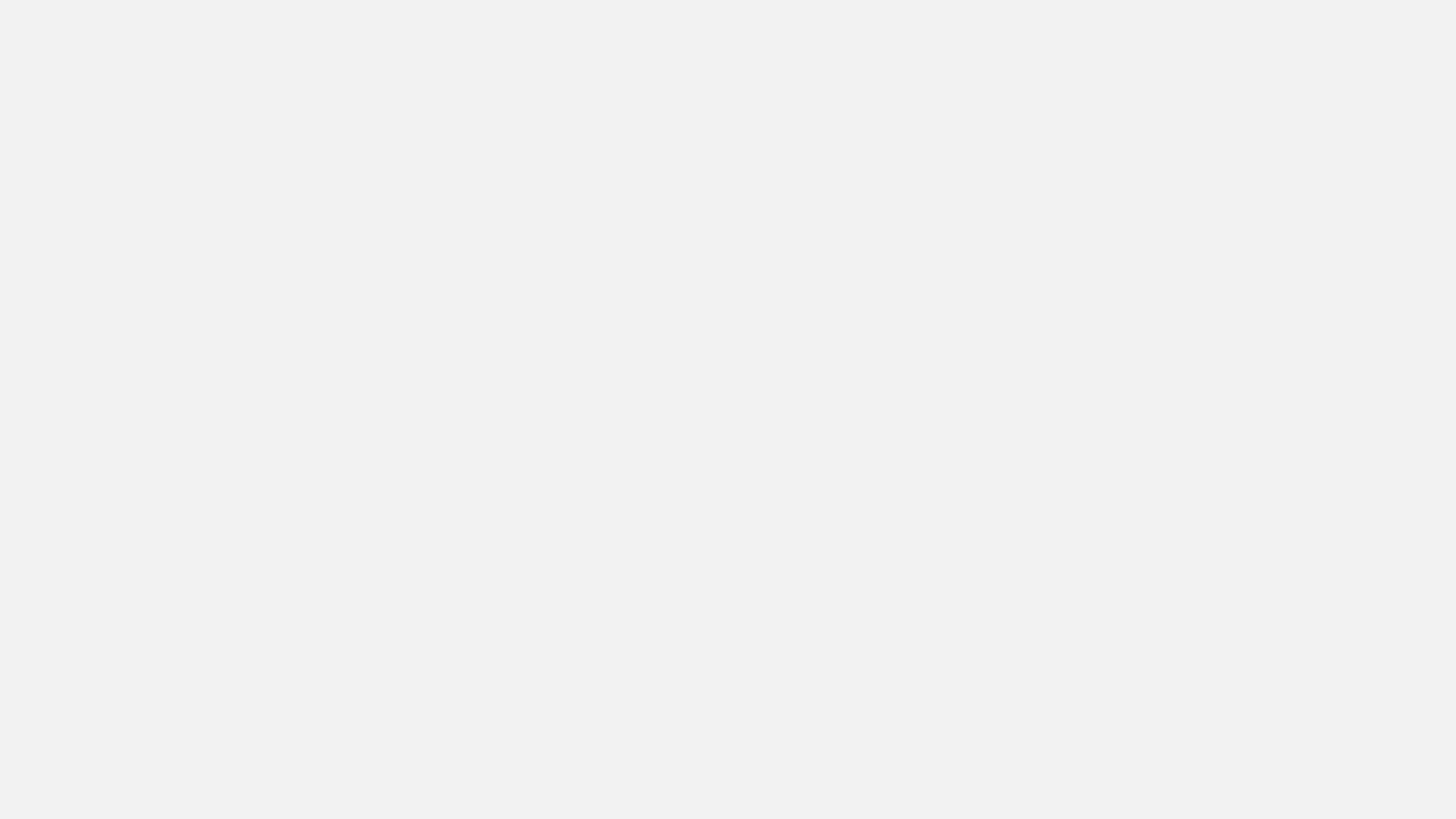 The image size is (1456, 819). I want to click on Search, so click(467, 329).